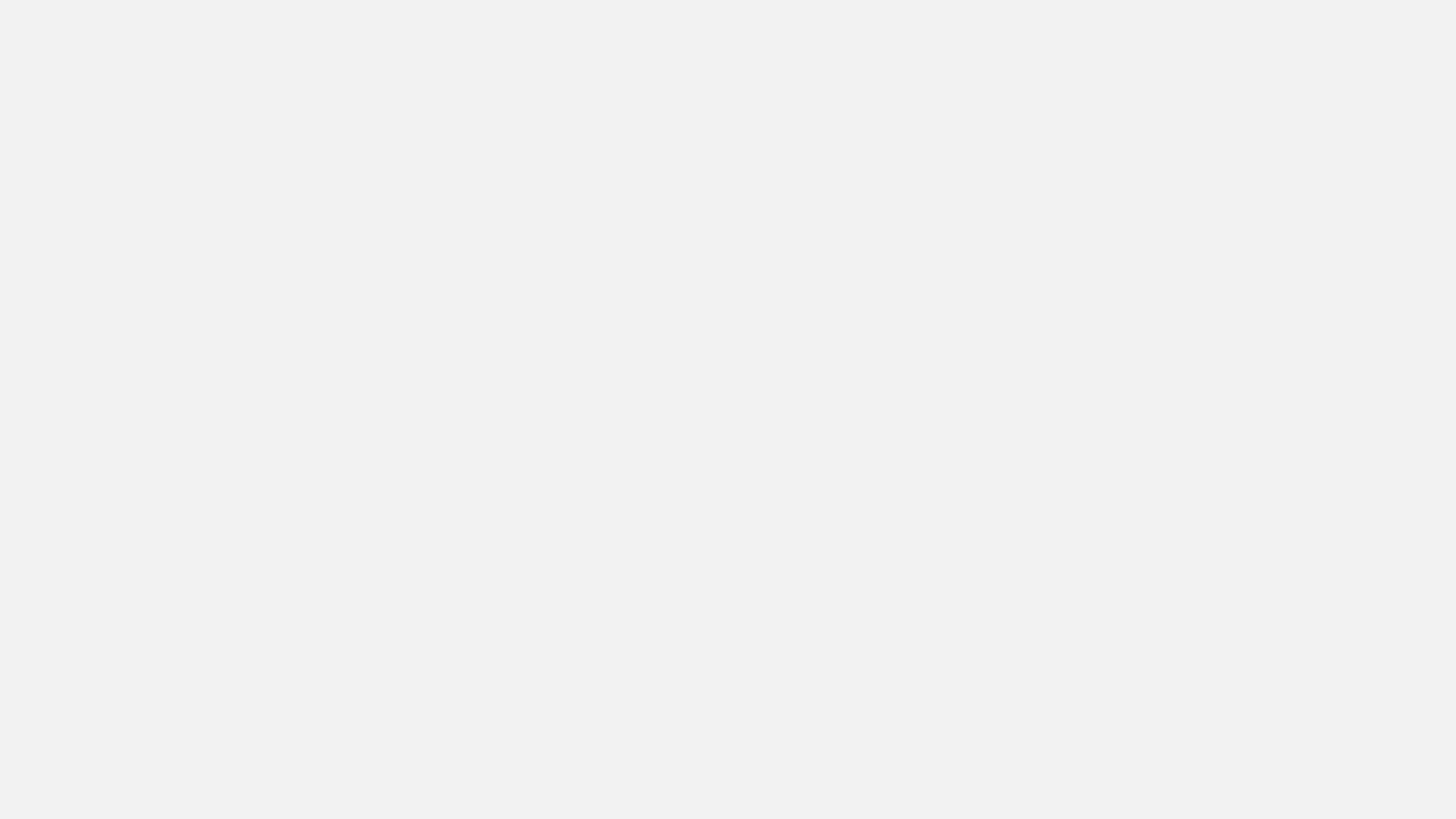 The image size is (1456, 819). I want to click on Search, so click(467, 329).